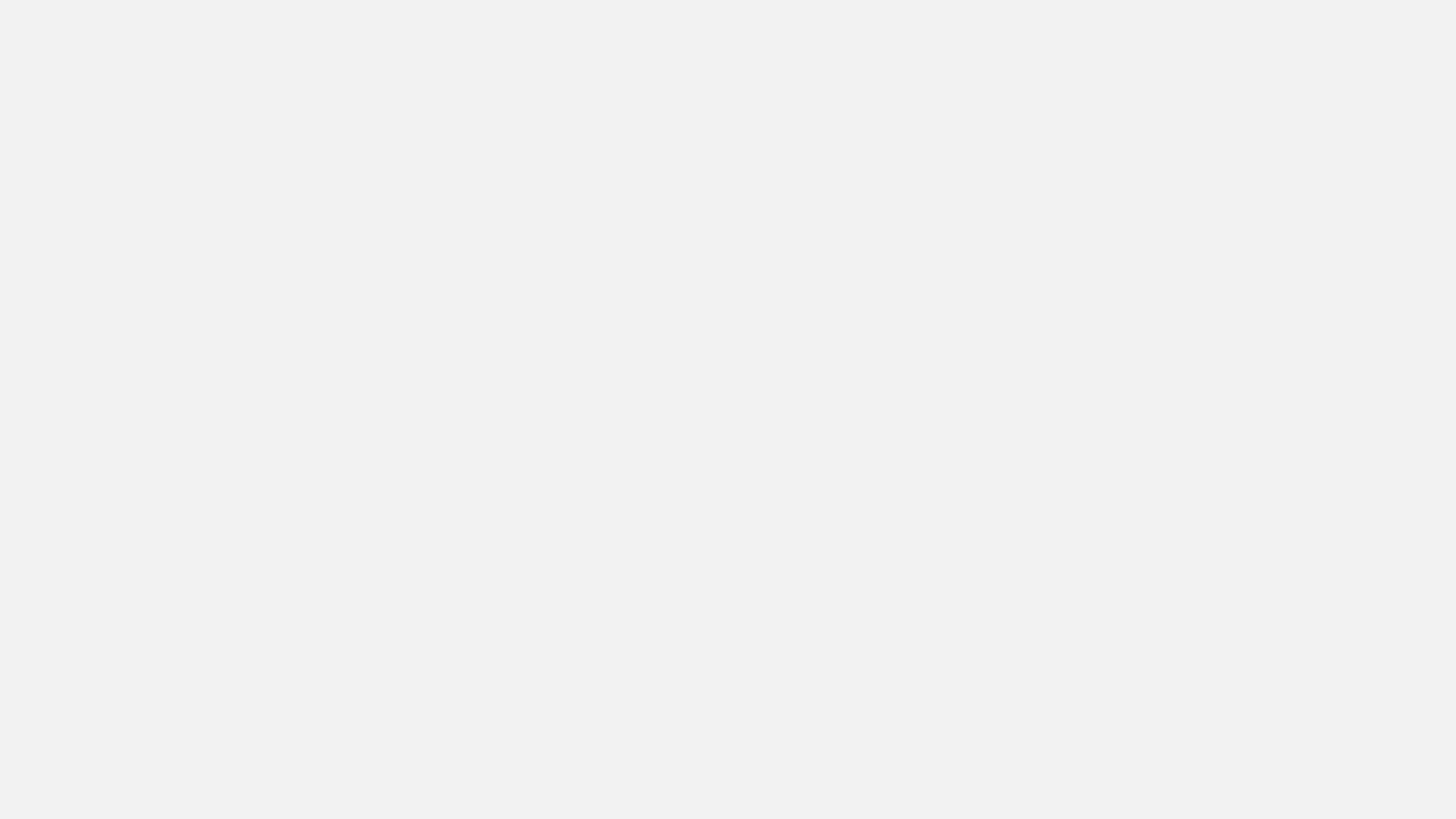 The image size is (1456, 819). I want to click on Search, so click(467, 329).